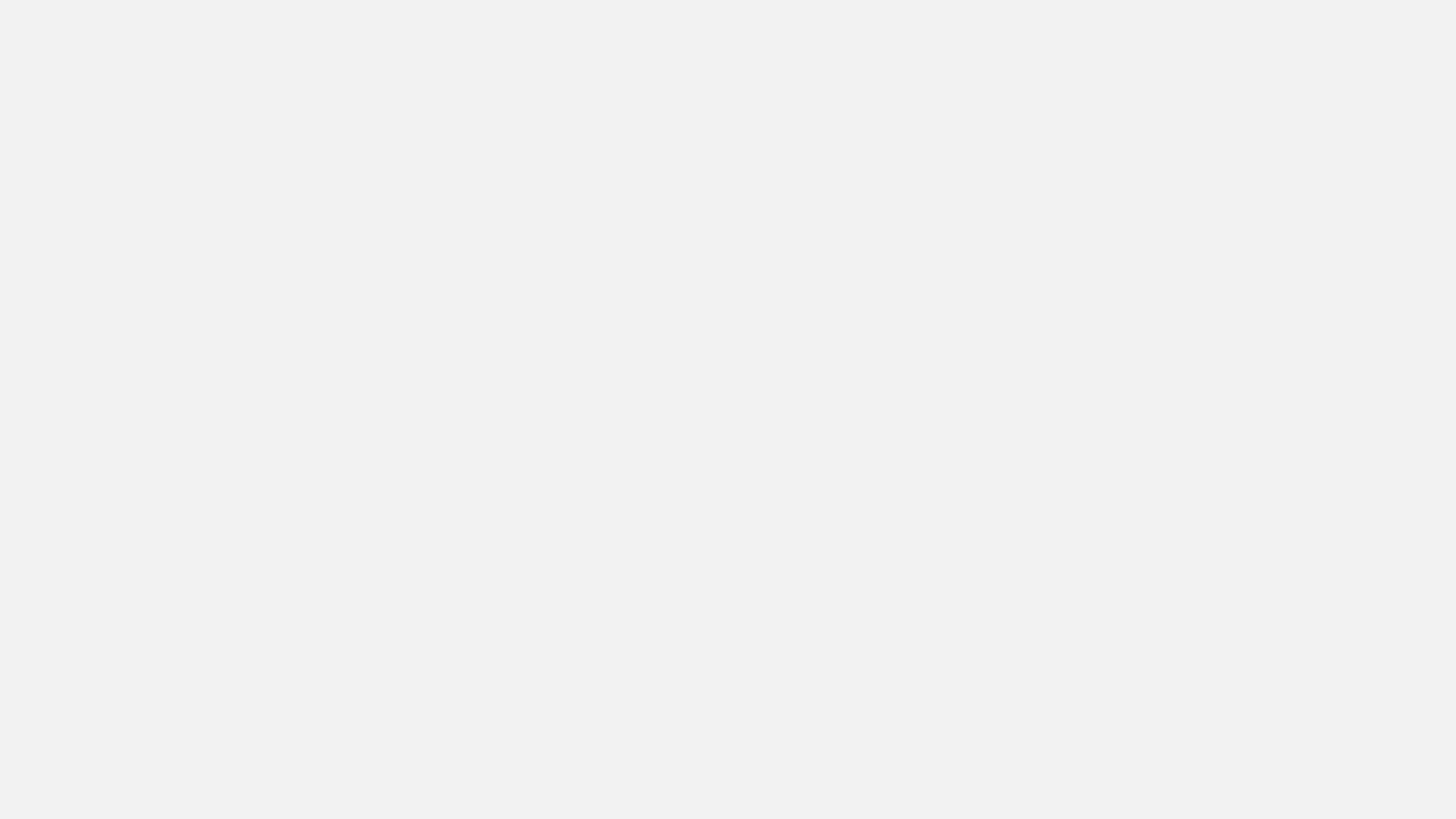 The image size is (1456, 819). I want to click on Search, so click(467, 329).